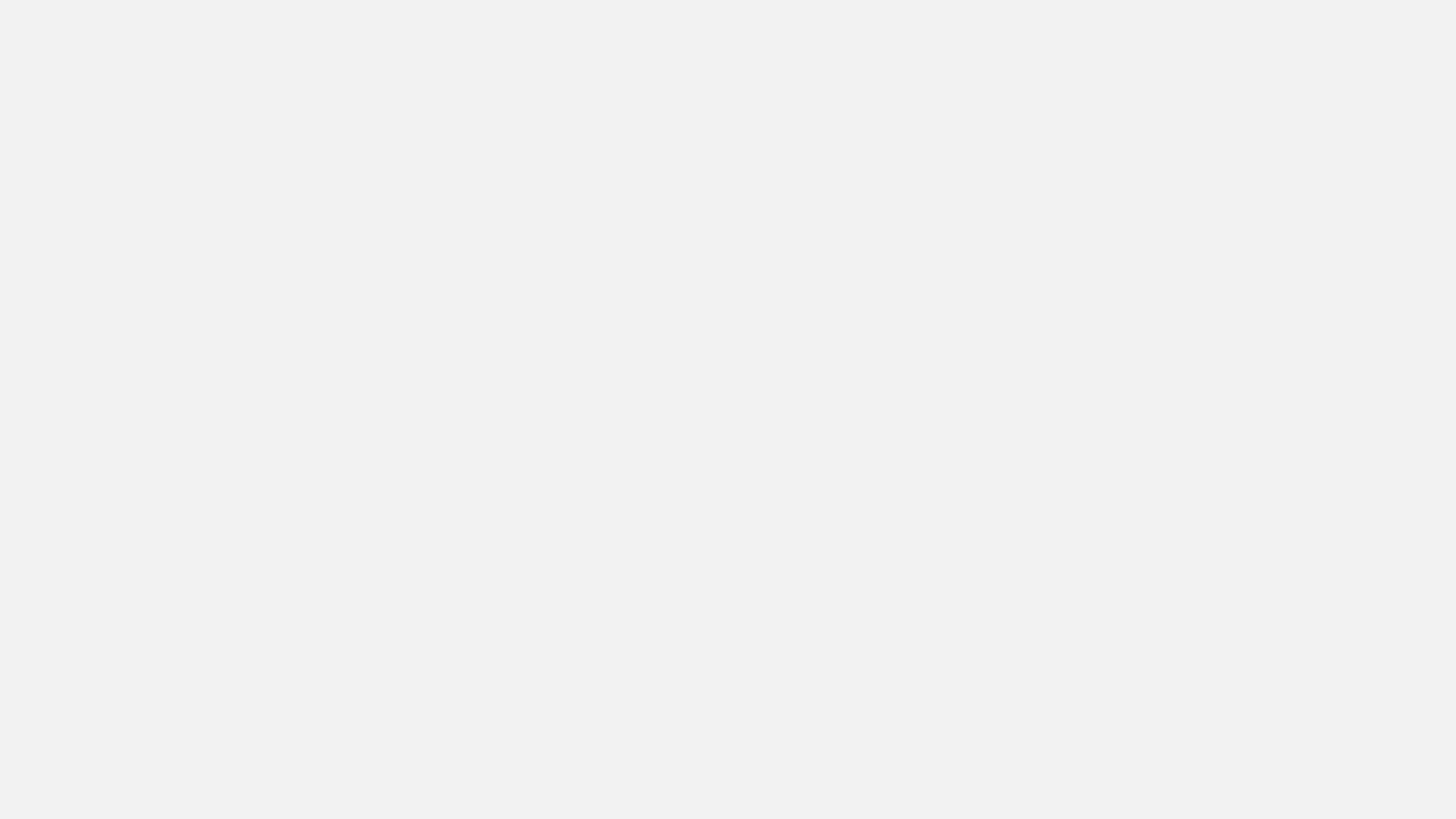 The image size is (1456, 819). I want to click on Search, so click(467, 329).